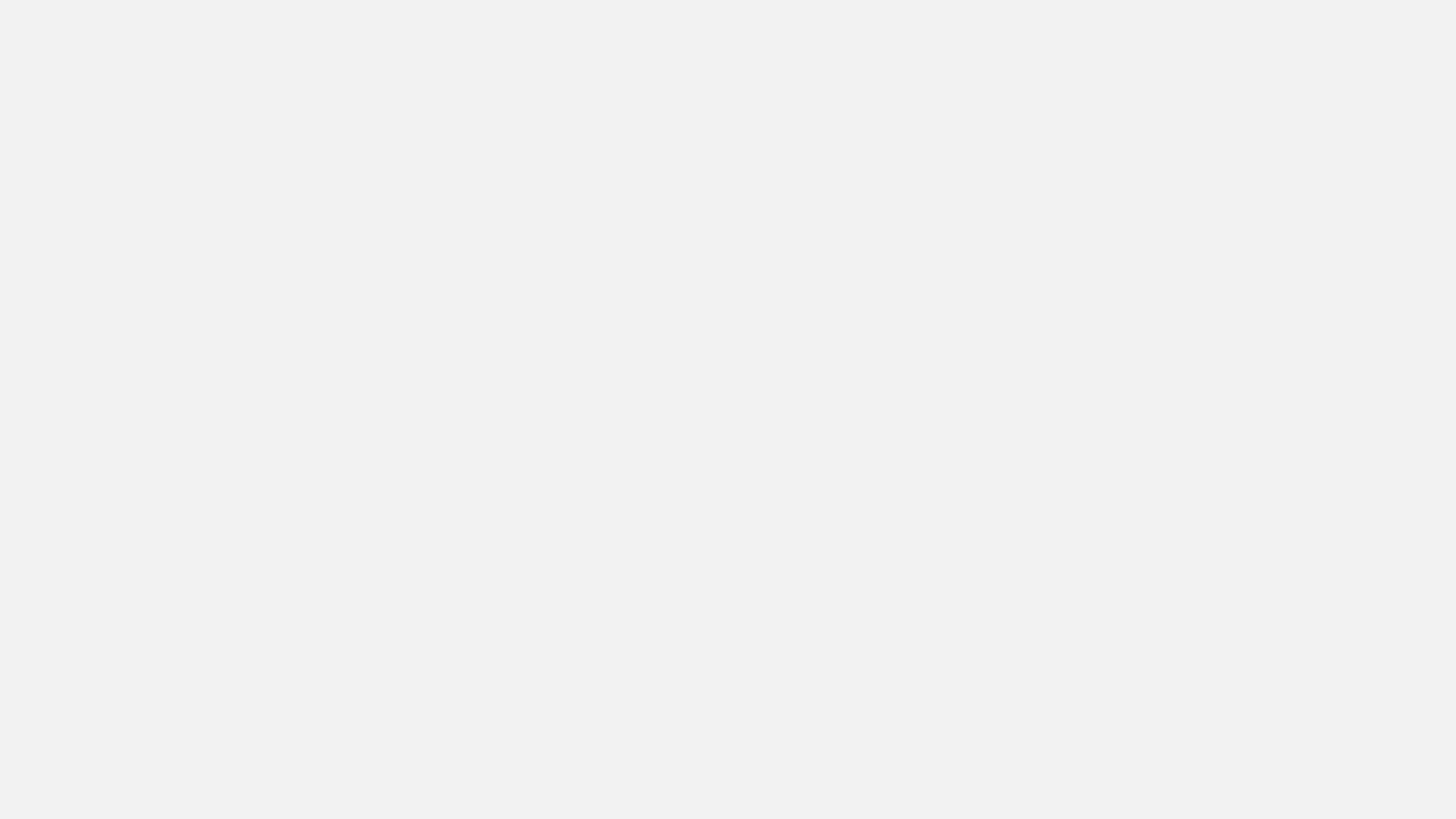 The image size is (1456, 819). I want to click on Search, so click(467, 329).